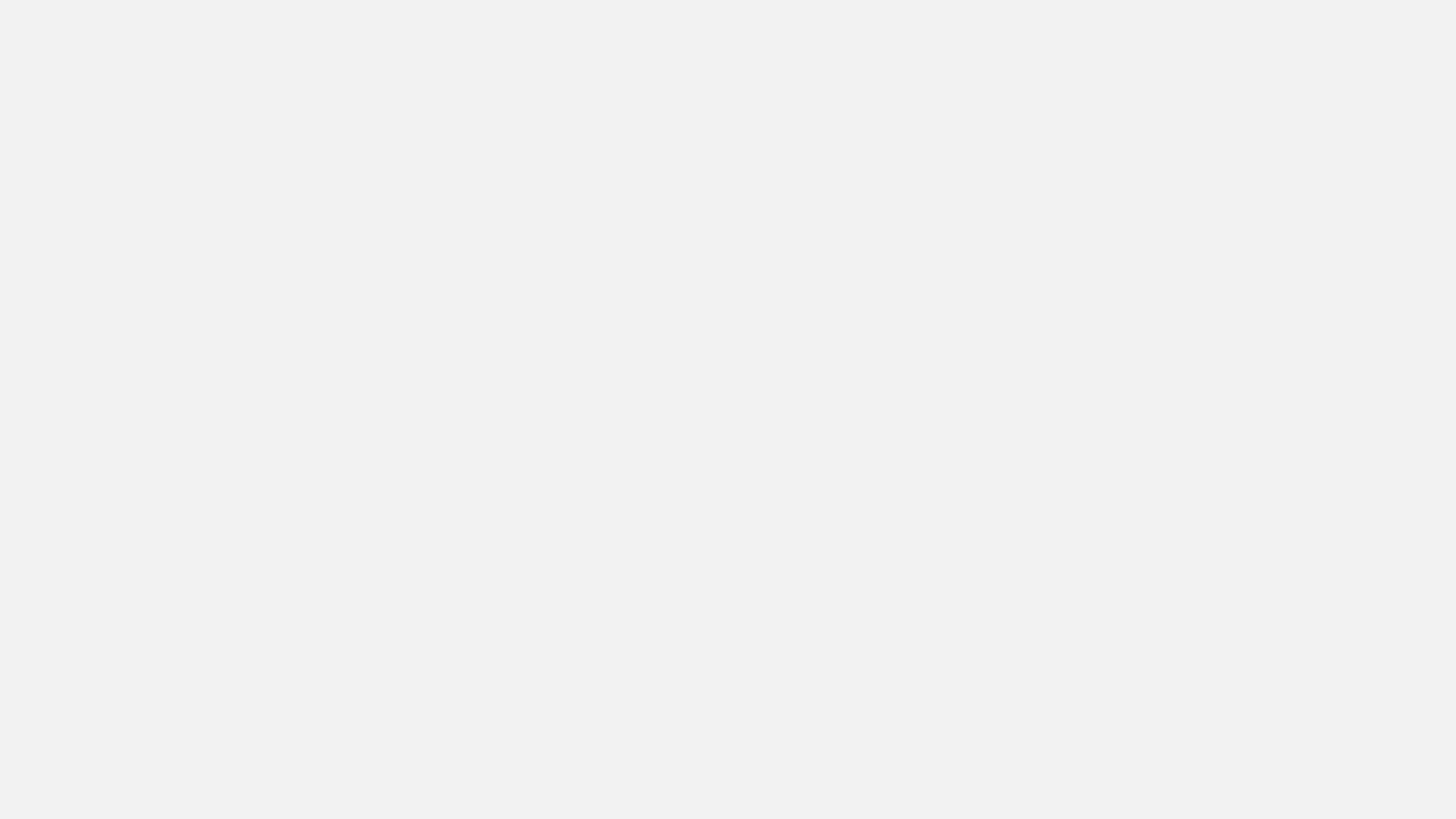 The image size is (1456, 819). I want to click on Search, so click(467, 329).